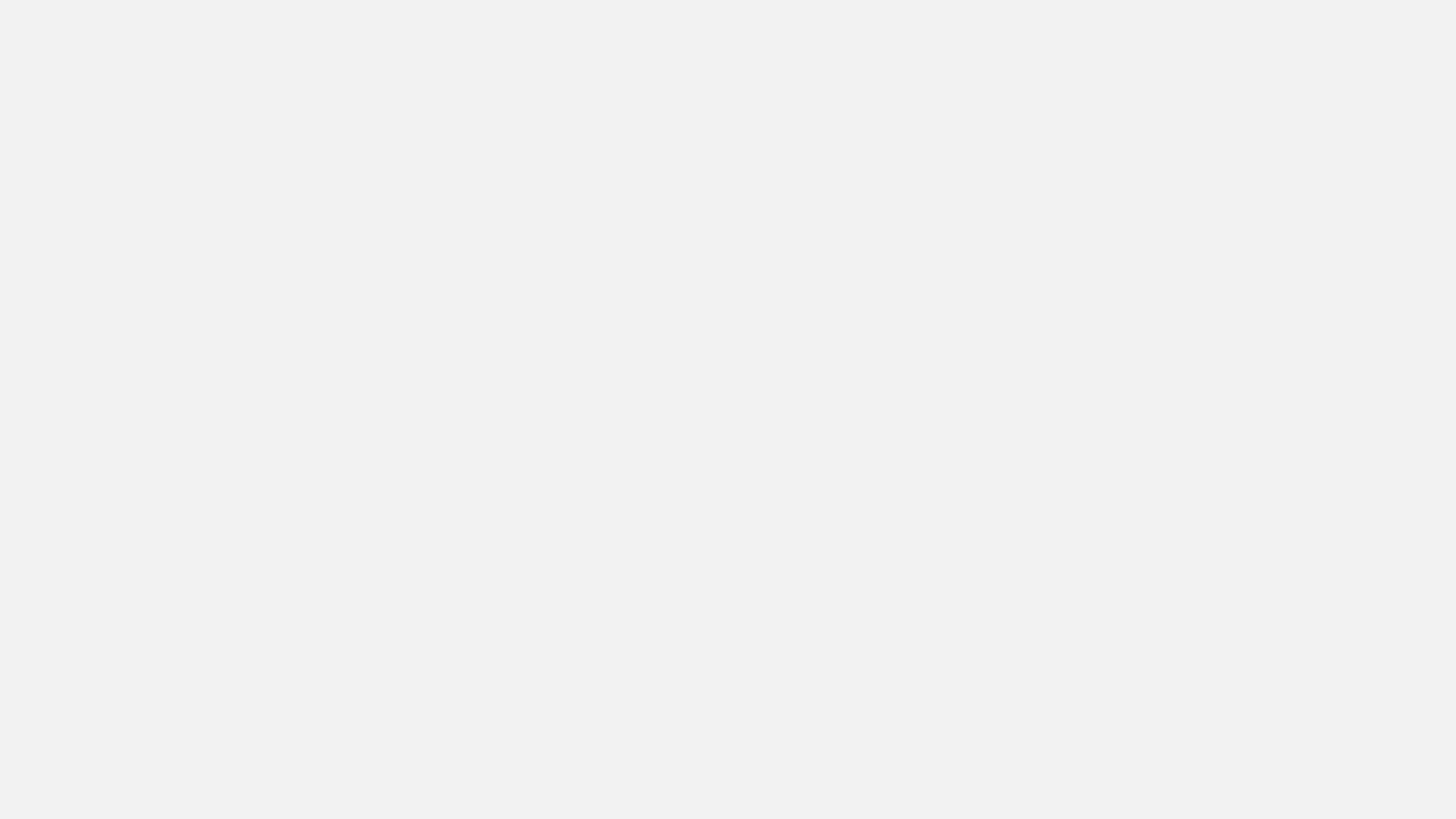 The image size is (1456, 819). I want to click on Search, so click(467, 329).